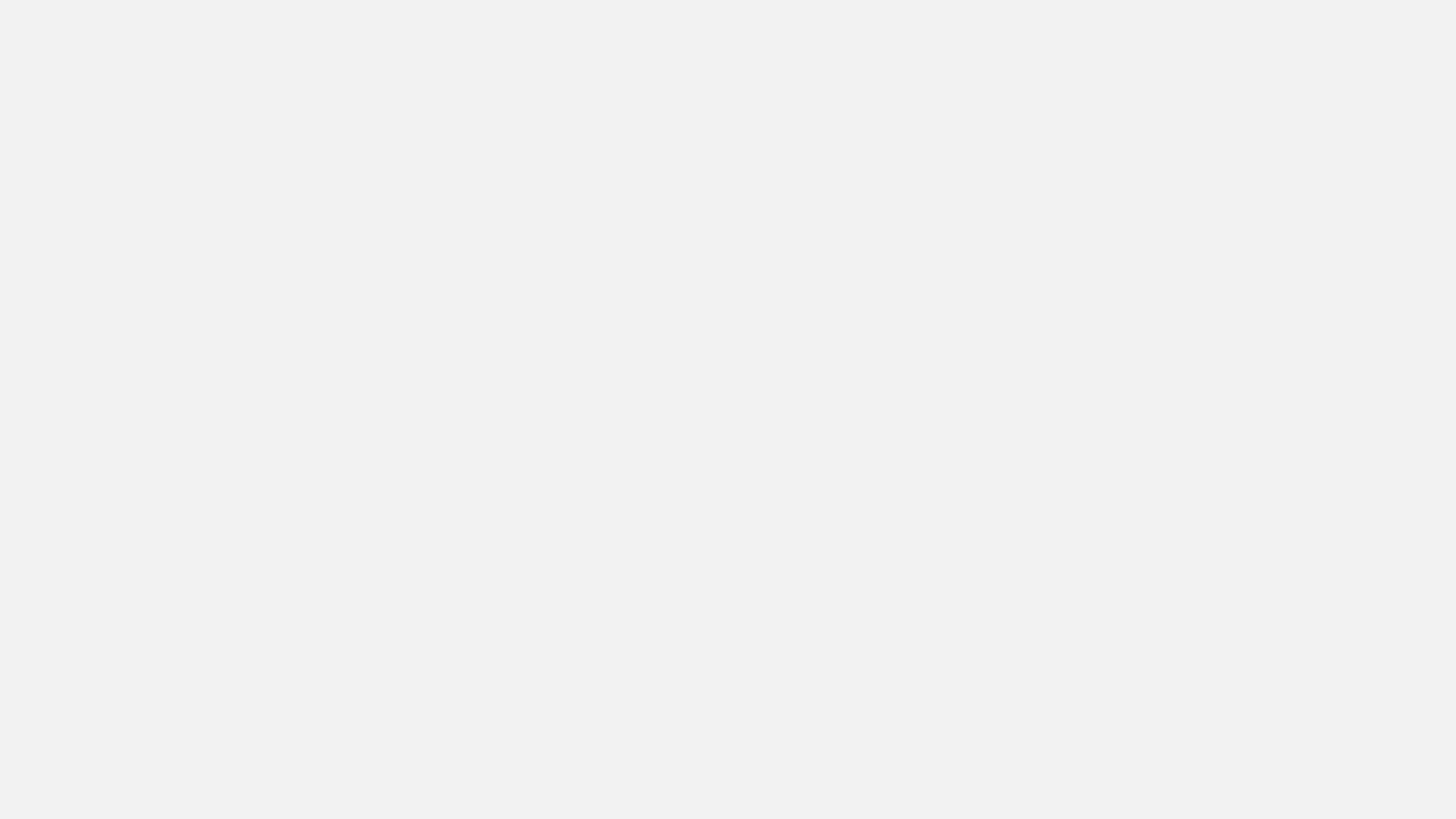 The image size is (1456, 819). I want to click on Search, so click(467, 329).